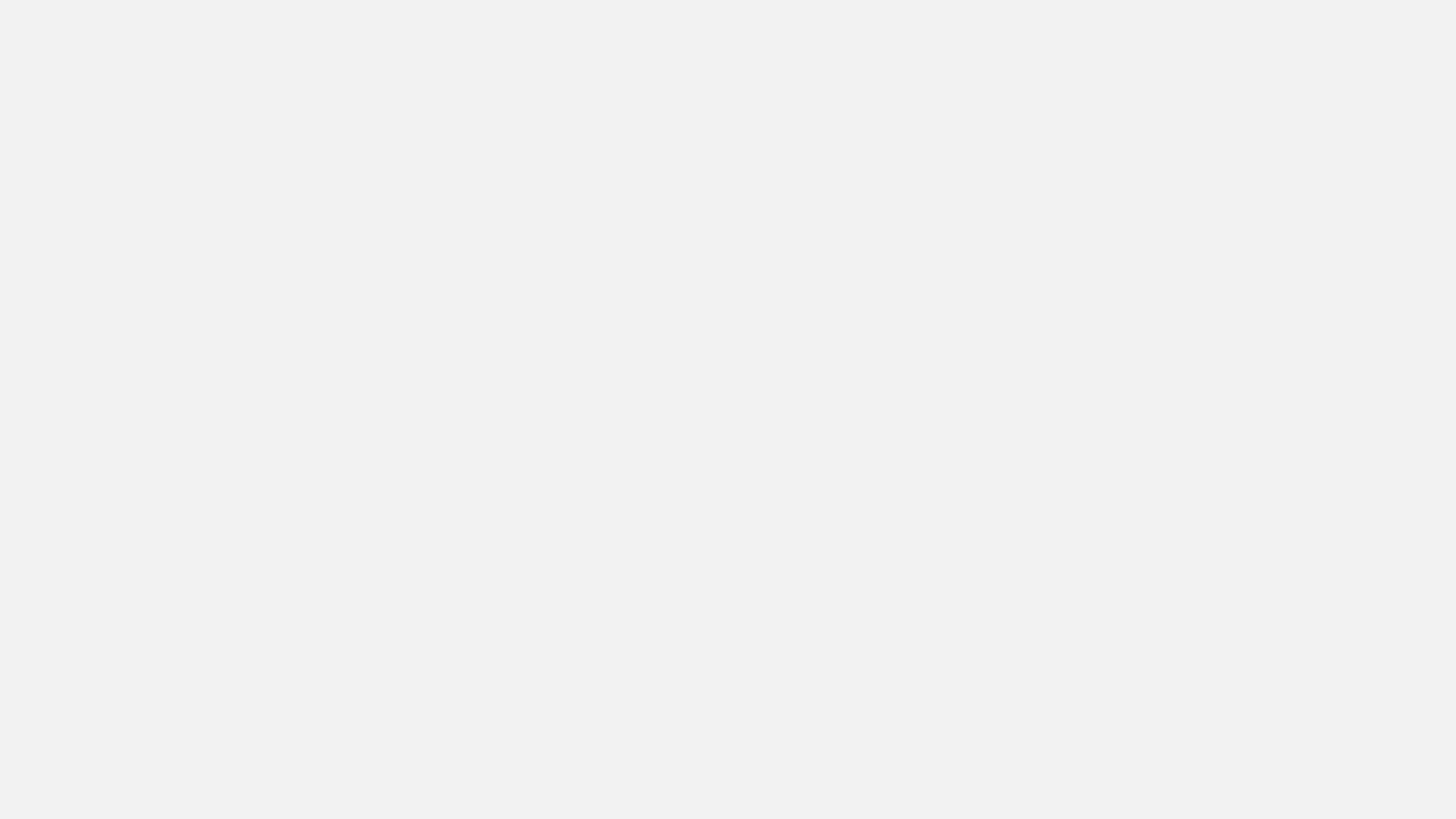 The image size is (1456, 819). I want to click on Search, so click(467, 329).